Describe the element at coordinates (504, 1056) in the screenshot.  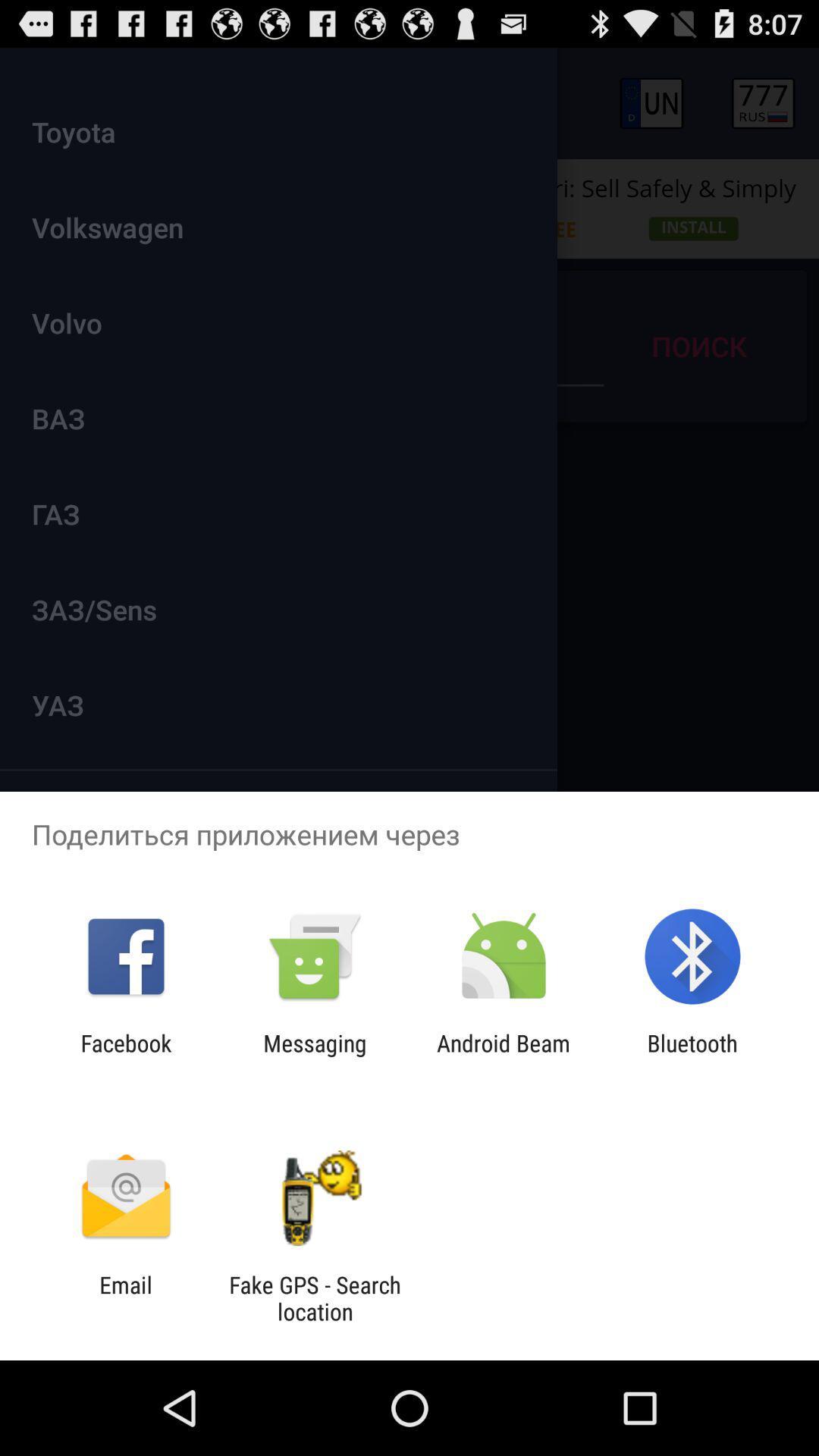
I see `android beam item` at that location.